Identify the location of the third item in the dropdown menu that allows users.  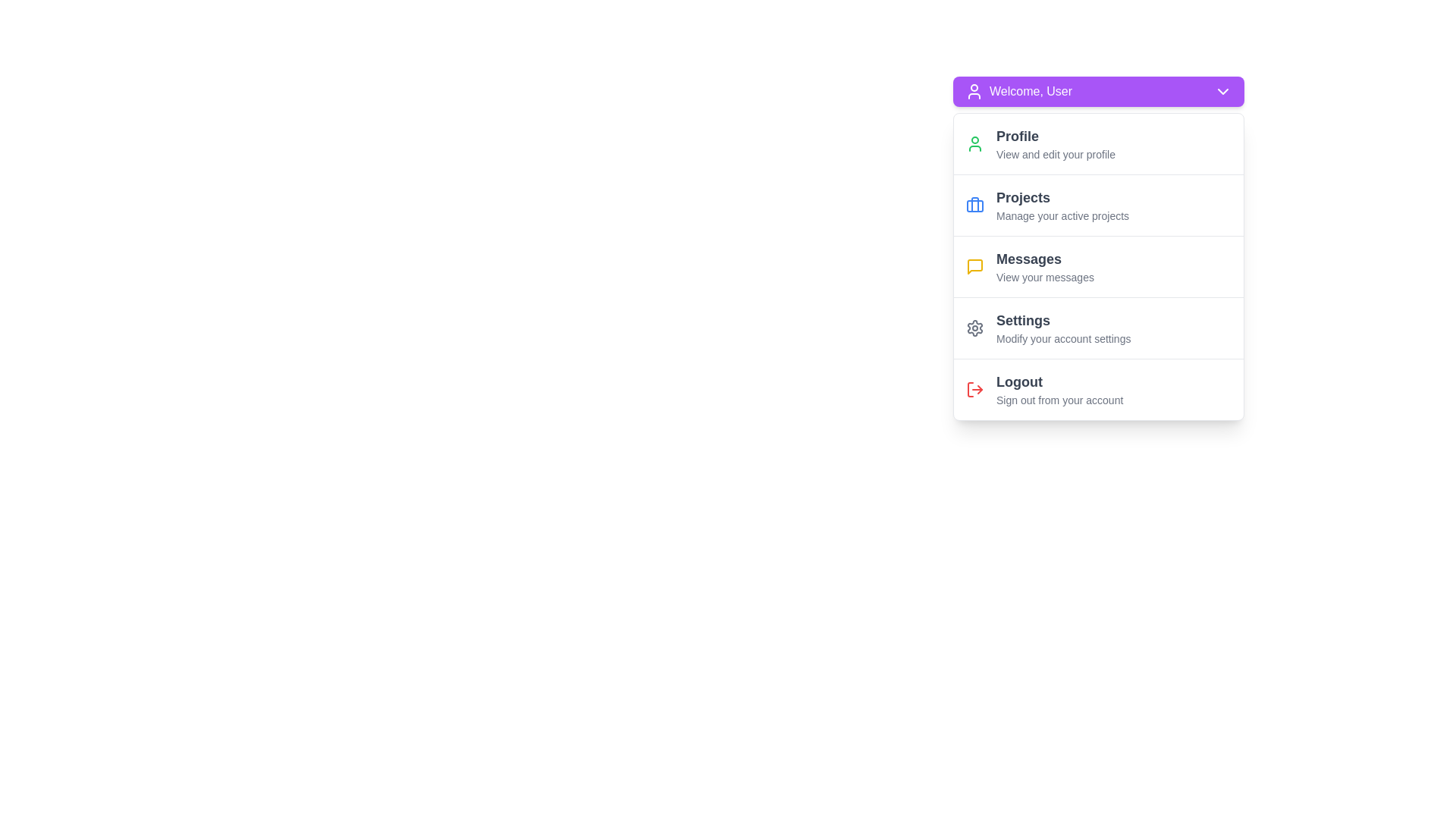
(1099, 265).